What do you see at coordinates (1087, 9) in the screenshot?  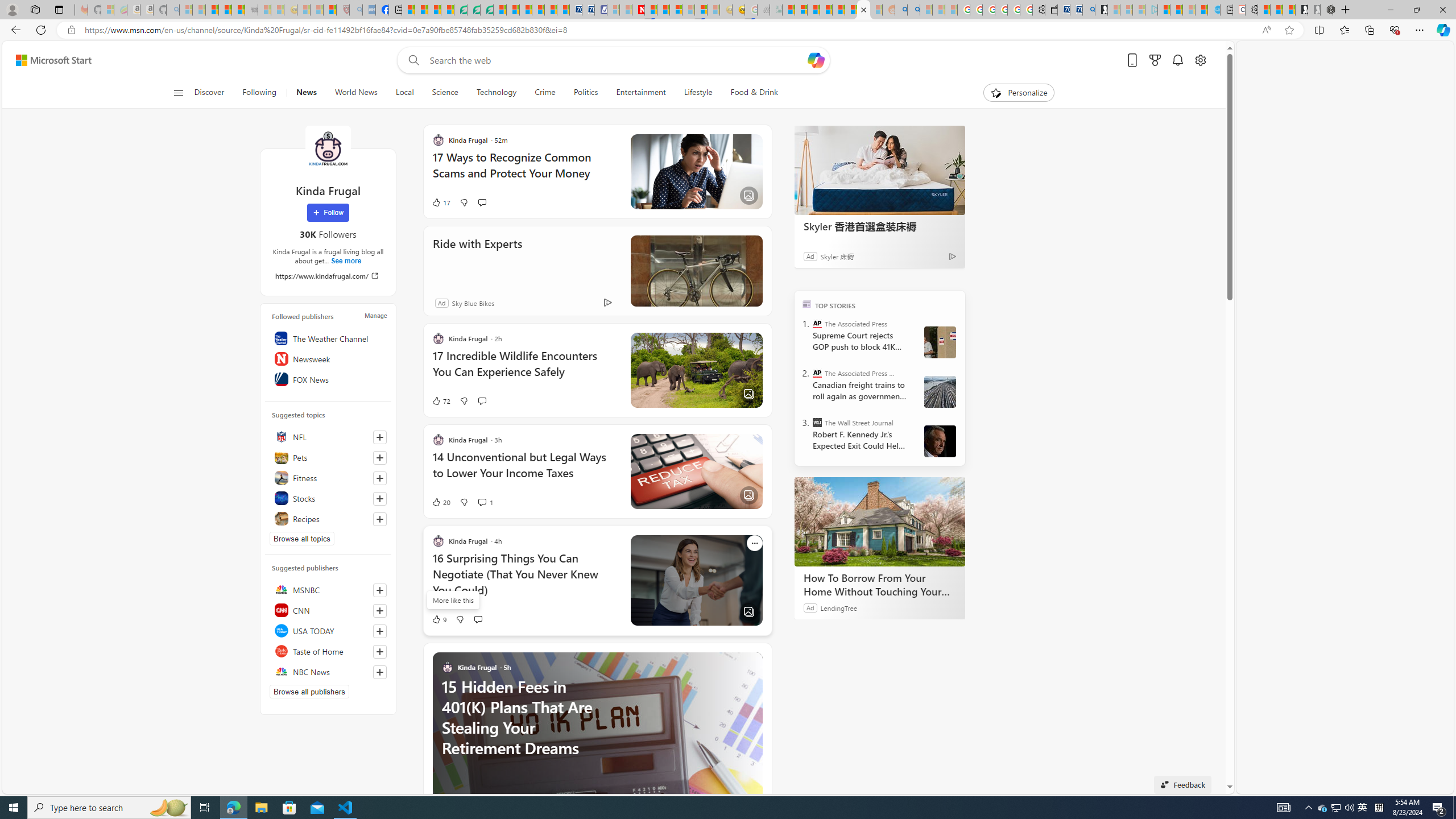 I see `'Bing Real Estate - Home sales and rental listings'` at bounding box center [1087, 9].